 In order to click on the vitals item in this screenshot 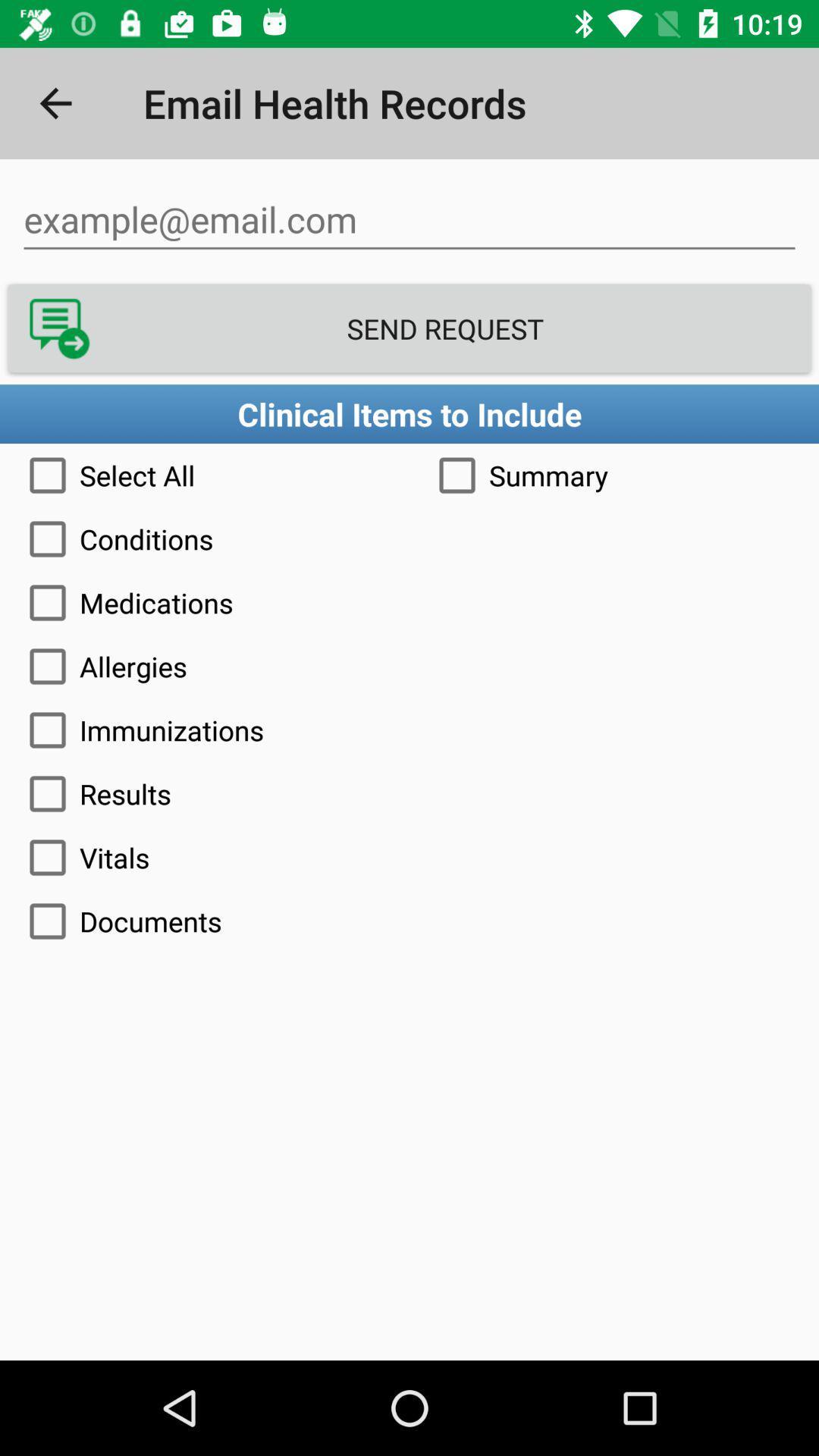, I will do `click(409, 858)`.